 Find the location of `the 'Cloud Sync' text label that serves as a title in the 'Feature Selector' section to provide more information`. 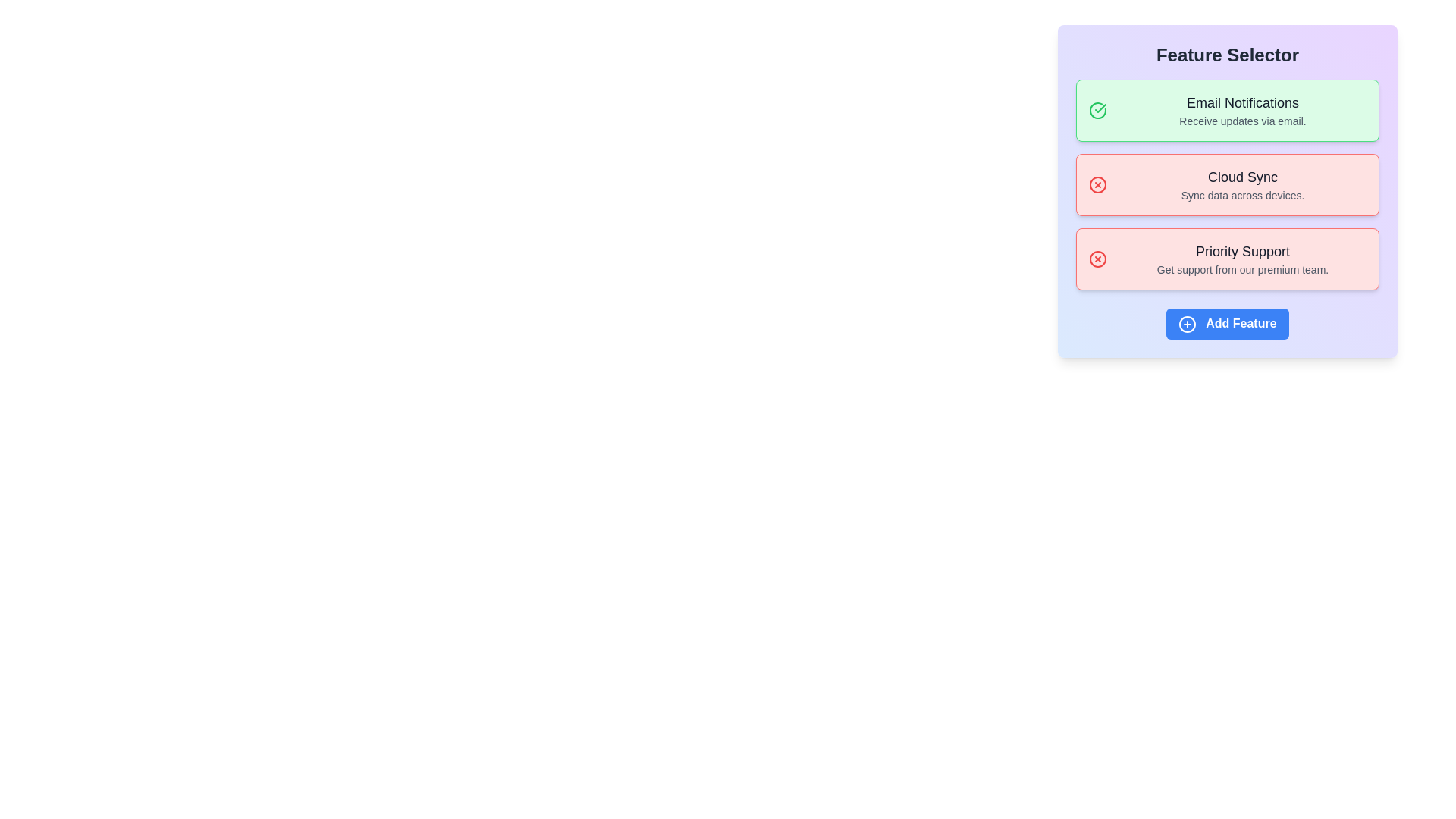

the 'Cloud Sync' text label that serves as a title in the 'Feature Selector' section to provide more information is located at coordinates (1242, 177).